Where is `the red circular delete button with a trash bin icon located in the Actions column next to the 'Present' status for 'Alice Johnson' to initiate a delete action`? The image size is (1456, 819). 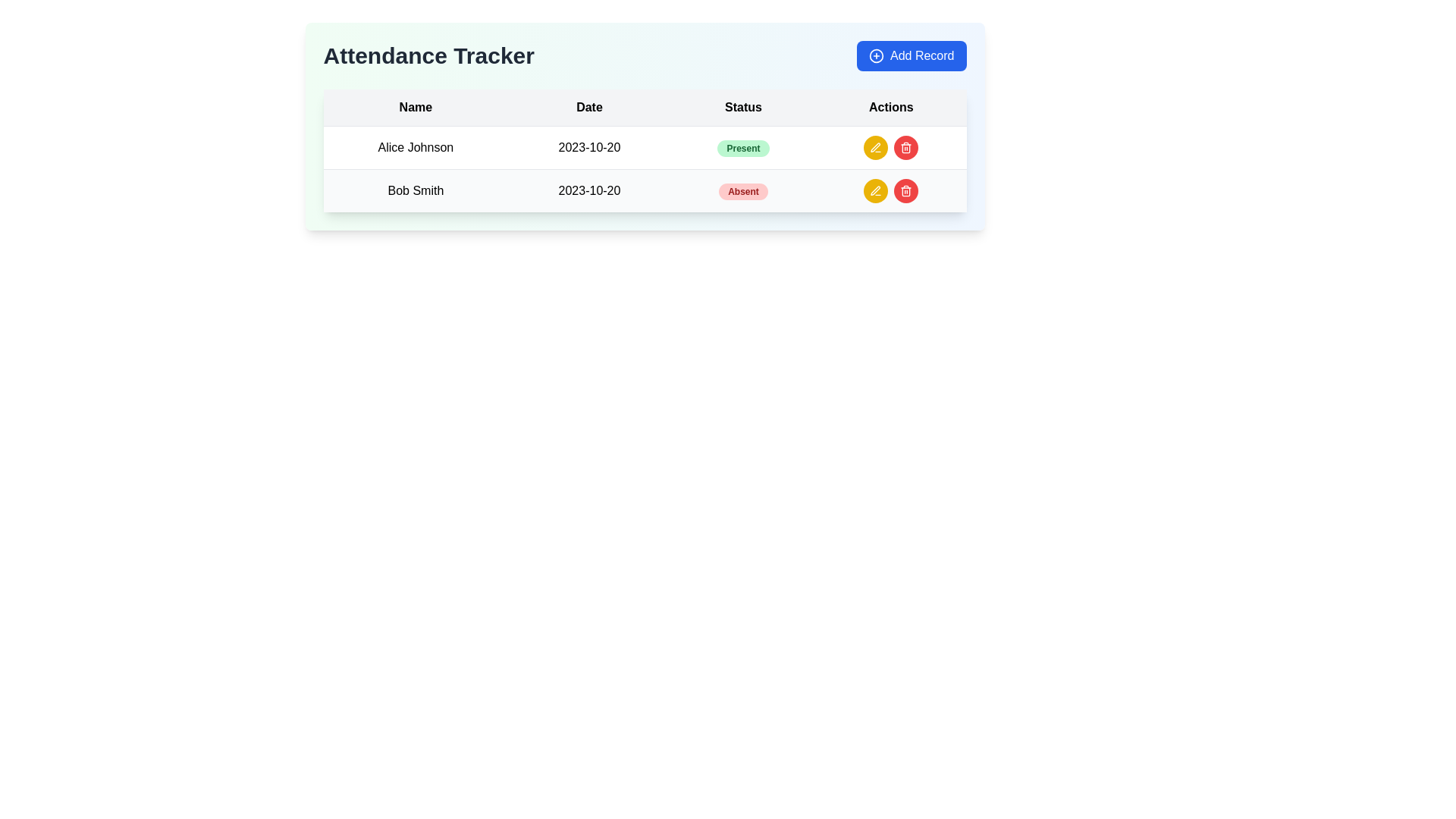
the red circular delete button with a trash bin icon located in the Actions column next to the 'Present' status for 'Alice Johnson' to initiate a delete action is located at coordinates (891, 148).